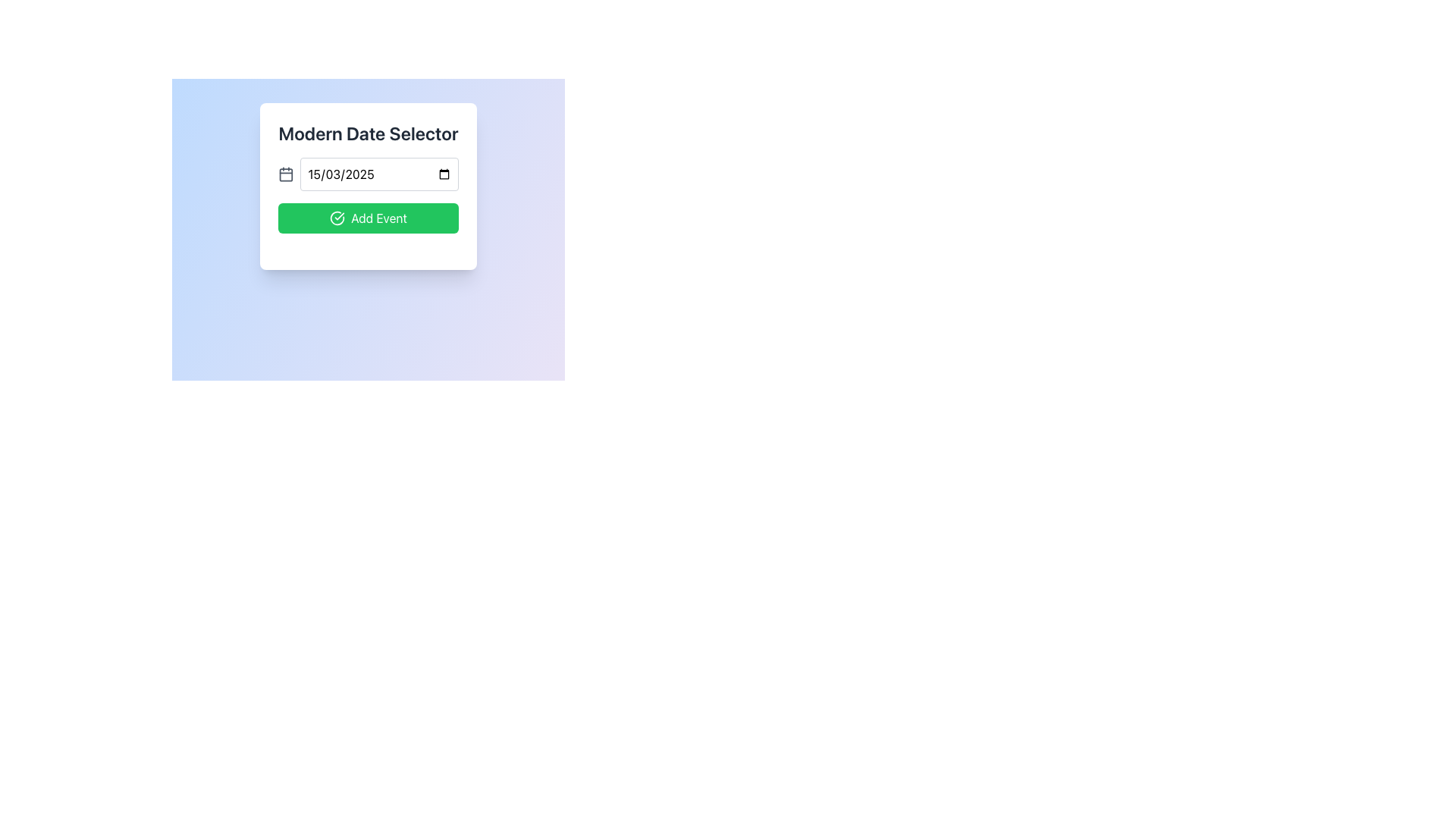 The height and width of the screenshot is (819, 1456). Describe the element at coordinates (286, 174) in the screenshot. I see `the calendar icon located on the left side of the date input field to focus on the related input field` at that location.